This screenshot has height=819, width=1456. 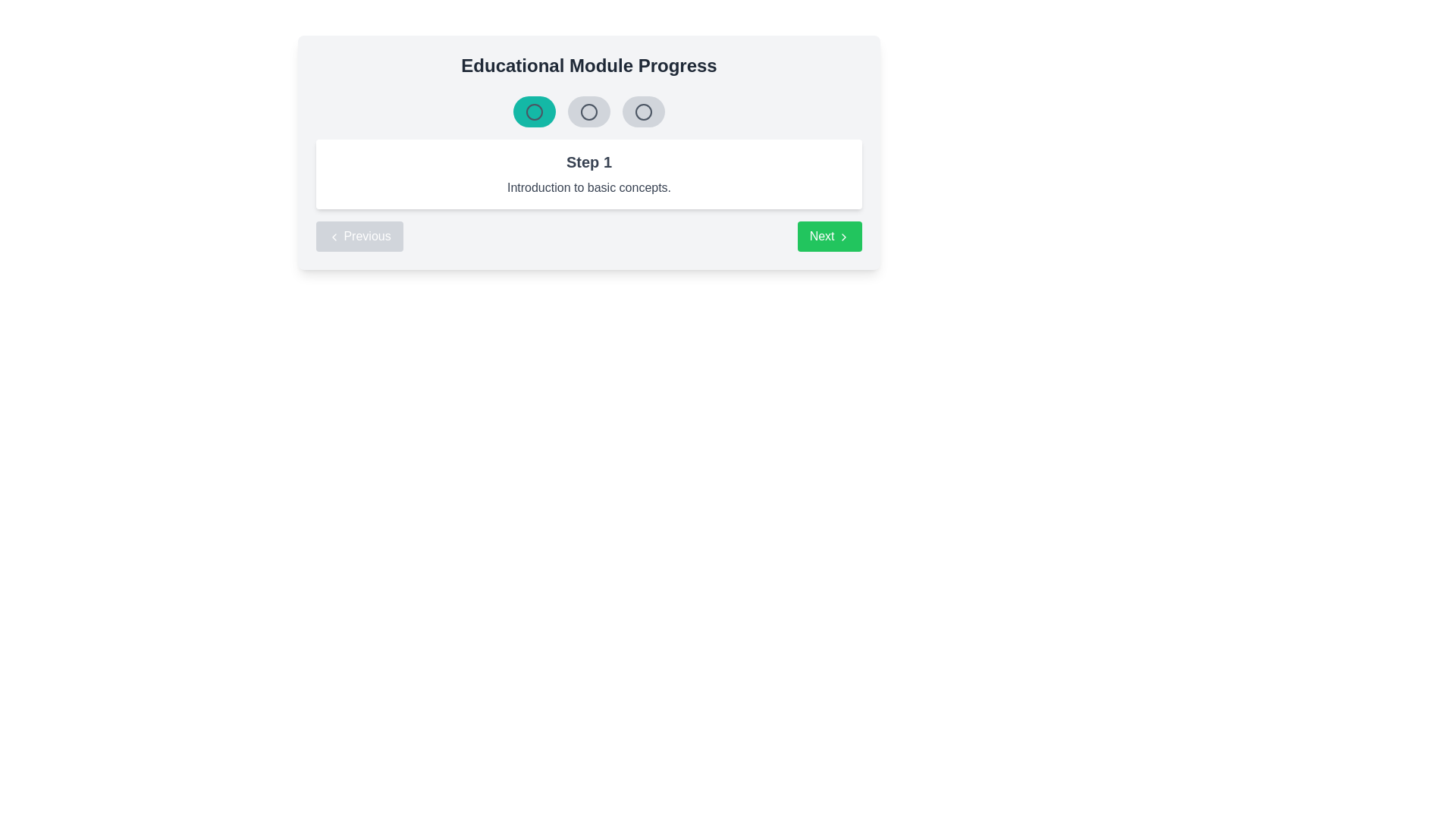 I want to click on the visual state of the first step in the multi-step progress tracker, which is actively indicating progress, so click(x=535, y=110).